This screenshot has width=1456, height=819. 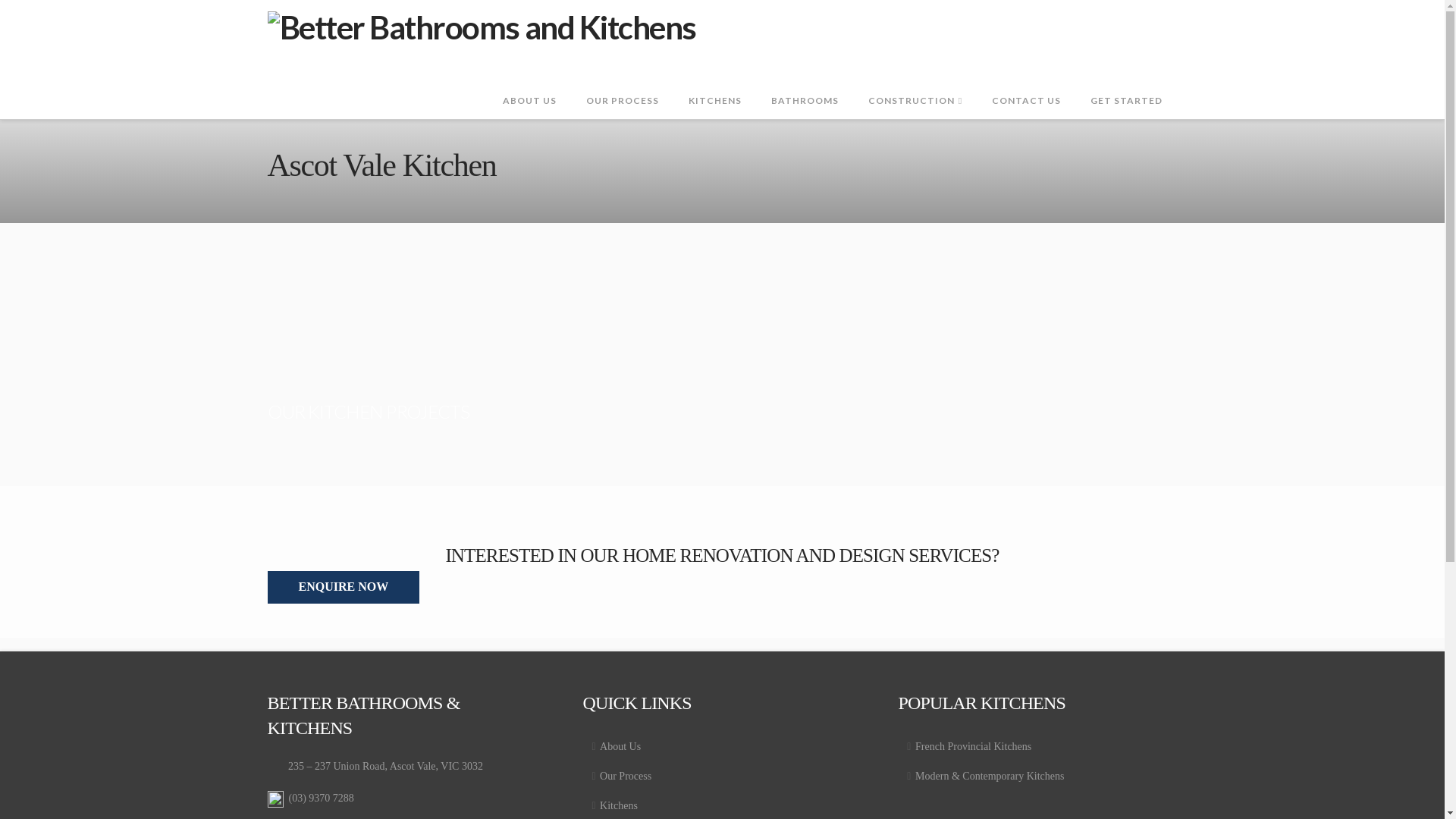 I want to click on 'BATHROOMS', so click(x=803, y=84).